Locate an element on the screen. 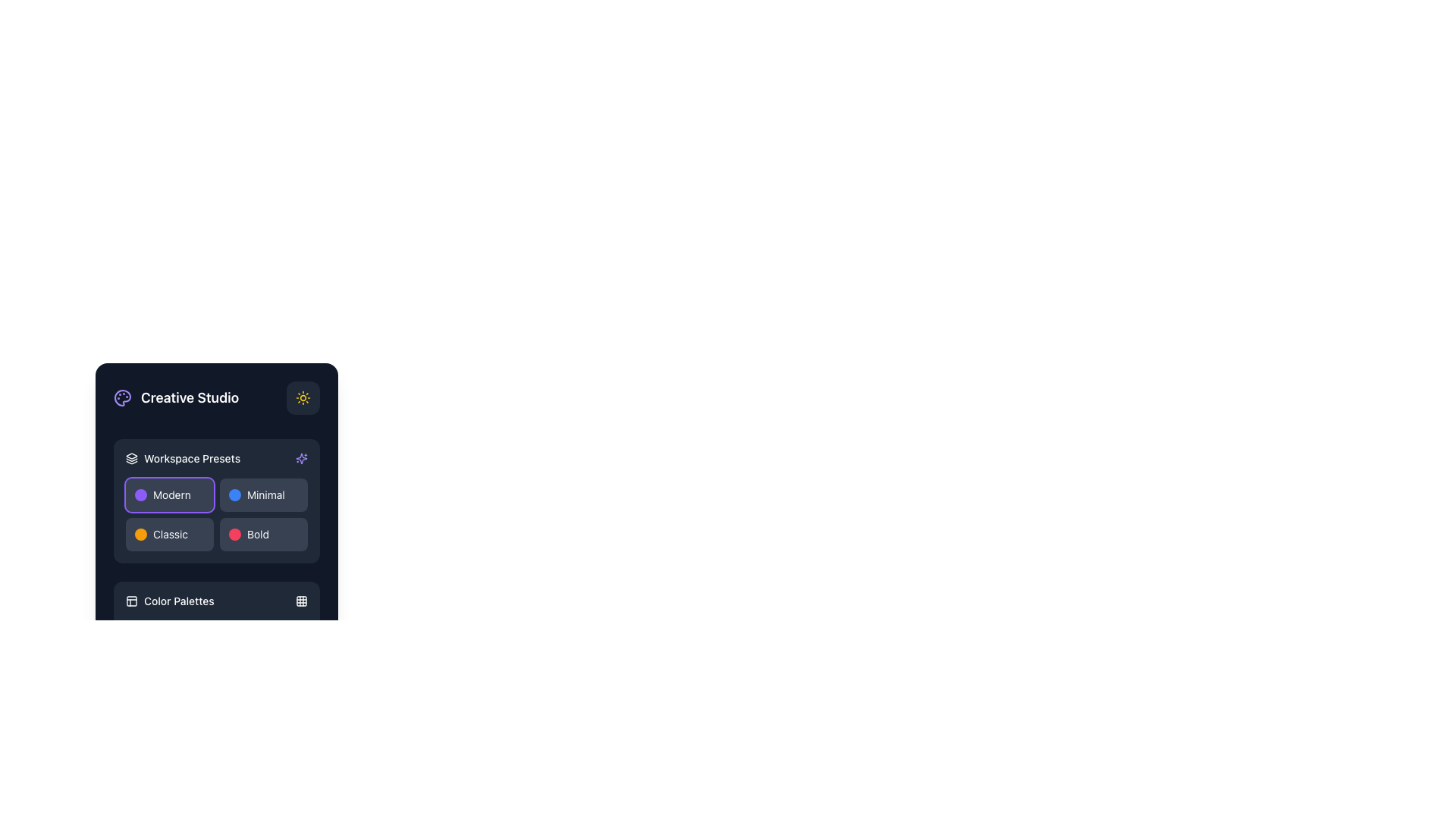 This screenshot has width=1456, height=819. the icon located to the left of the 'Color Palettes' text in the lower portion of the interface panel is located at coordinates (131, 601).